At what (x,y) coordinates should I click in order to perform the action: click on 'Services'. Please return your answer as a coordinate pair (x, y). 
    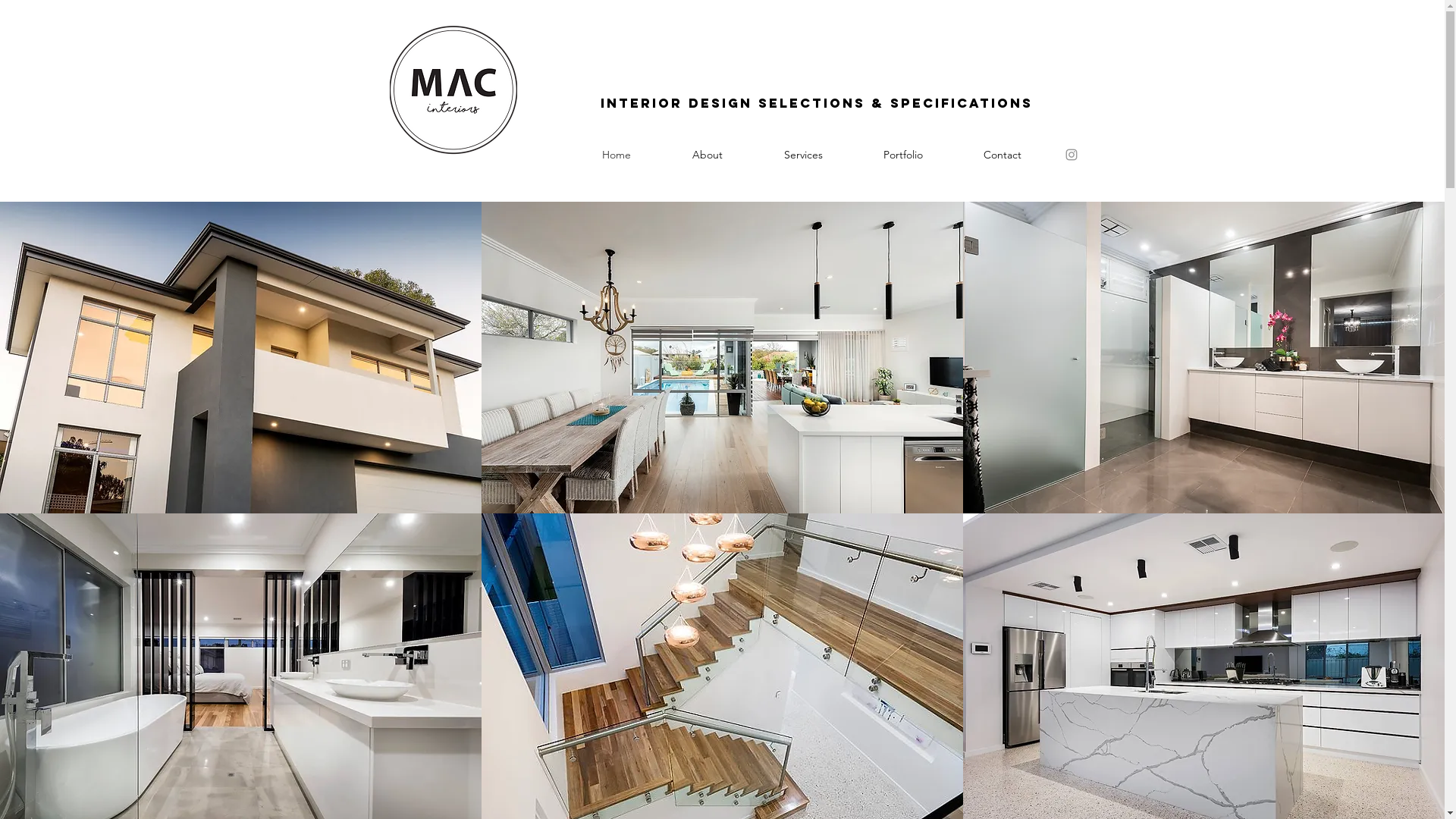
    Looking at the image, I should click on (753, 155).